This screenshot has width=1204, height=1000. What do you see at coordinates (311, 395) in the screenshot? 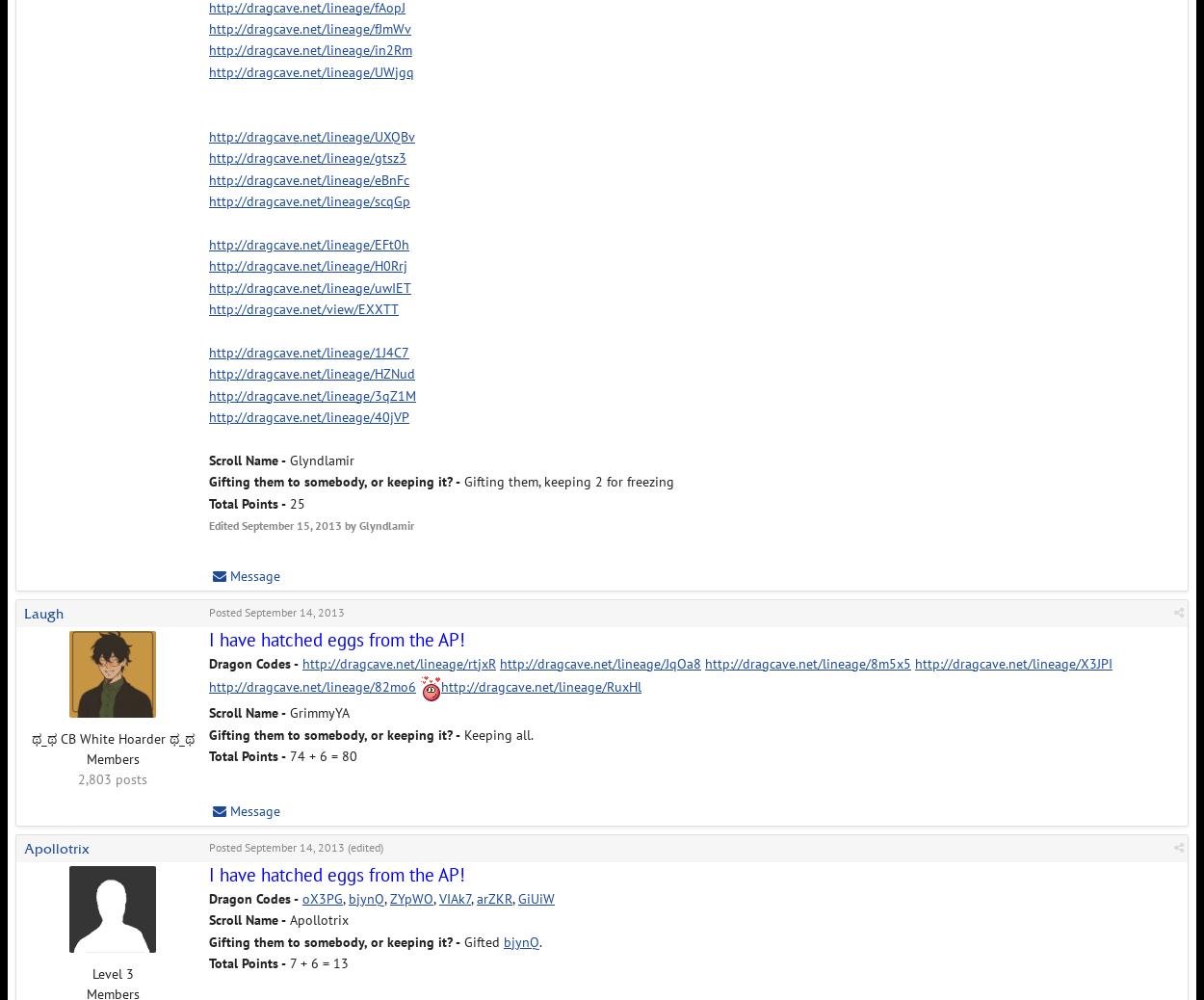
I see `'http://dragcave.net/lineage/3qZ1M'` at bounding box center [311, 395].